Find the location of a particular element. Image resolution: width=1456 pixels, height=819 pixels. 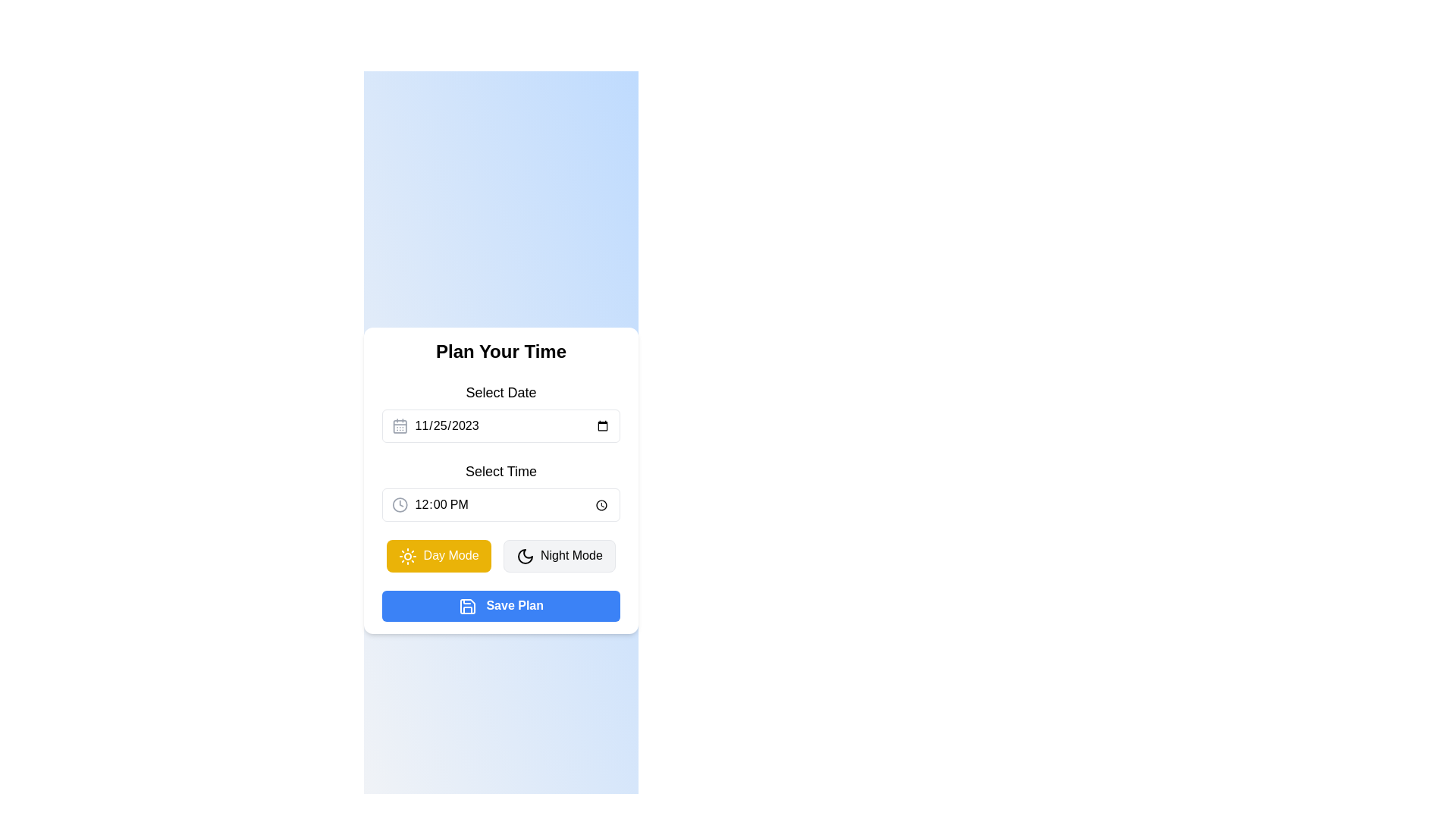

the 'Day Mode' icon, which symbolizes the daylight settings and is located within the 'Day Mode' button near the bottom of the interface is located at coordinates (408, 556).